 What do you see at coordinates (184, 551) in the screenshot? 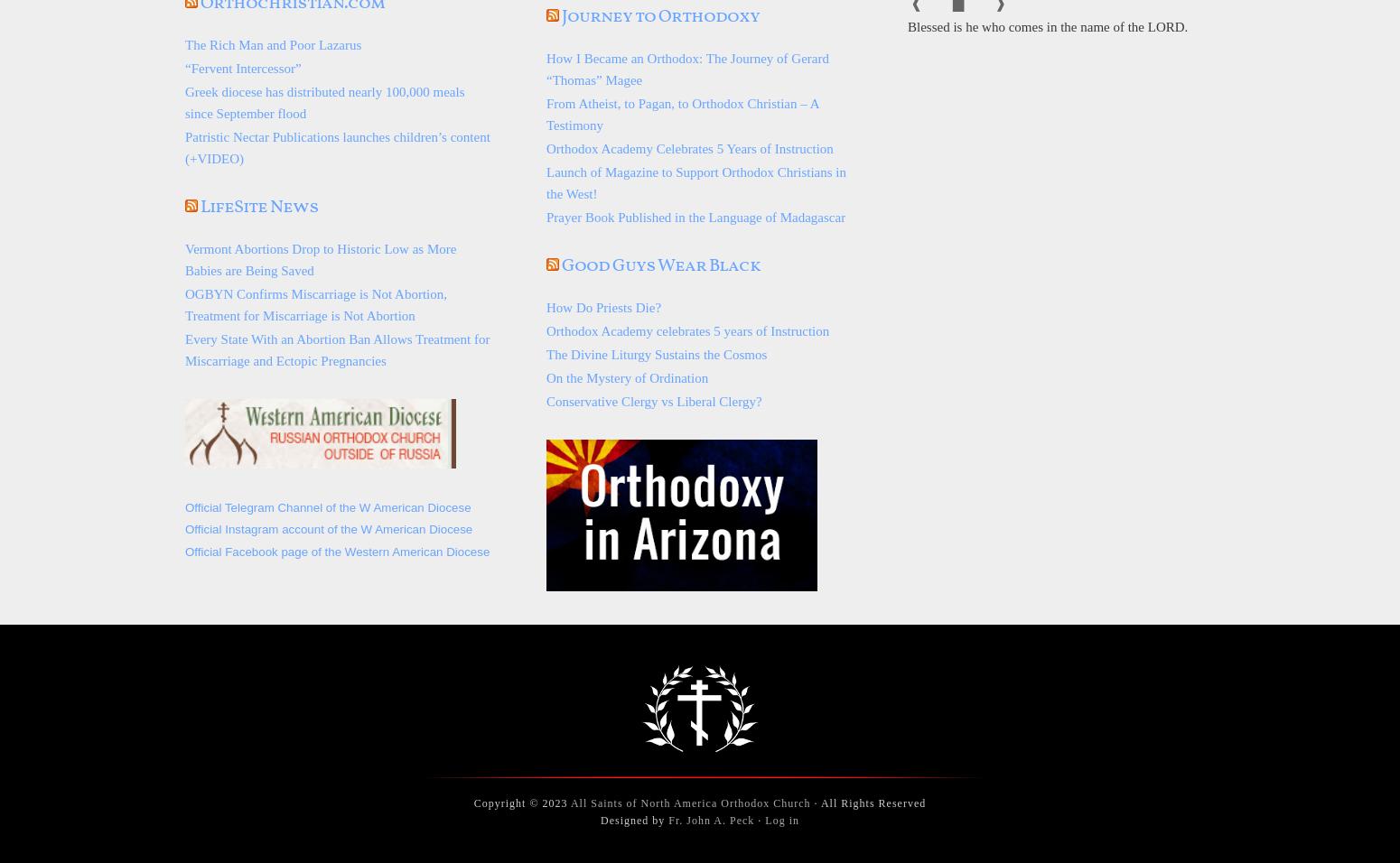
I see `'Official Facebook page of the Western American Diocese'` at bounding box center [184, 551].